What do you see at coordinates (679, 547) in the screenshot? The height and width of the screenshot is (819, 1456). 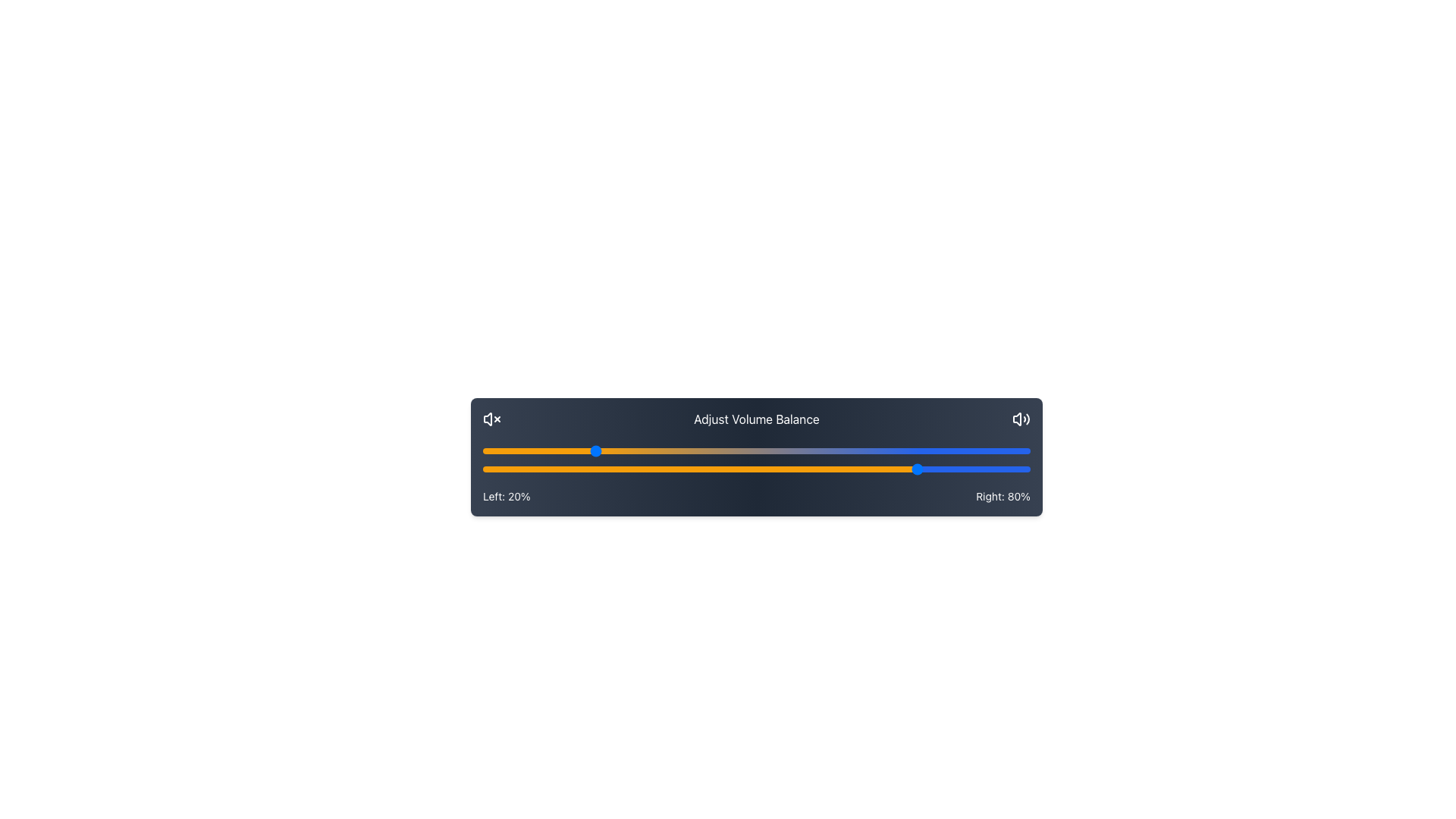 I see `the slider handles on the 'Adjust Volume Balance' panel` at bounding box center [679, 547].